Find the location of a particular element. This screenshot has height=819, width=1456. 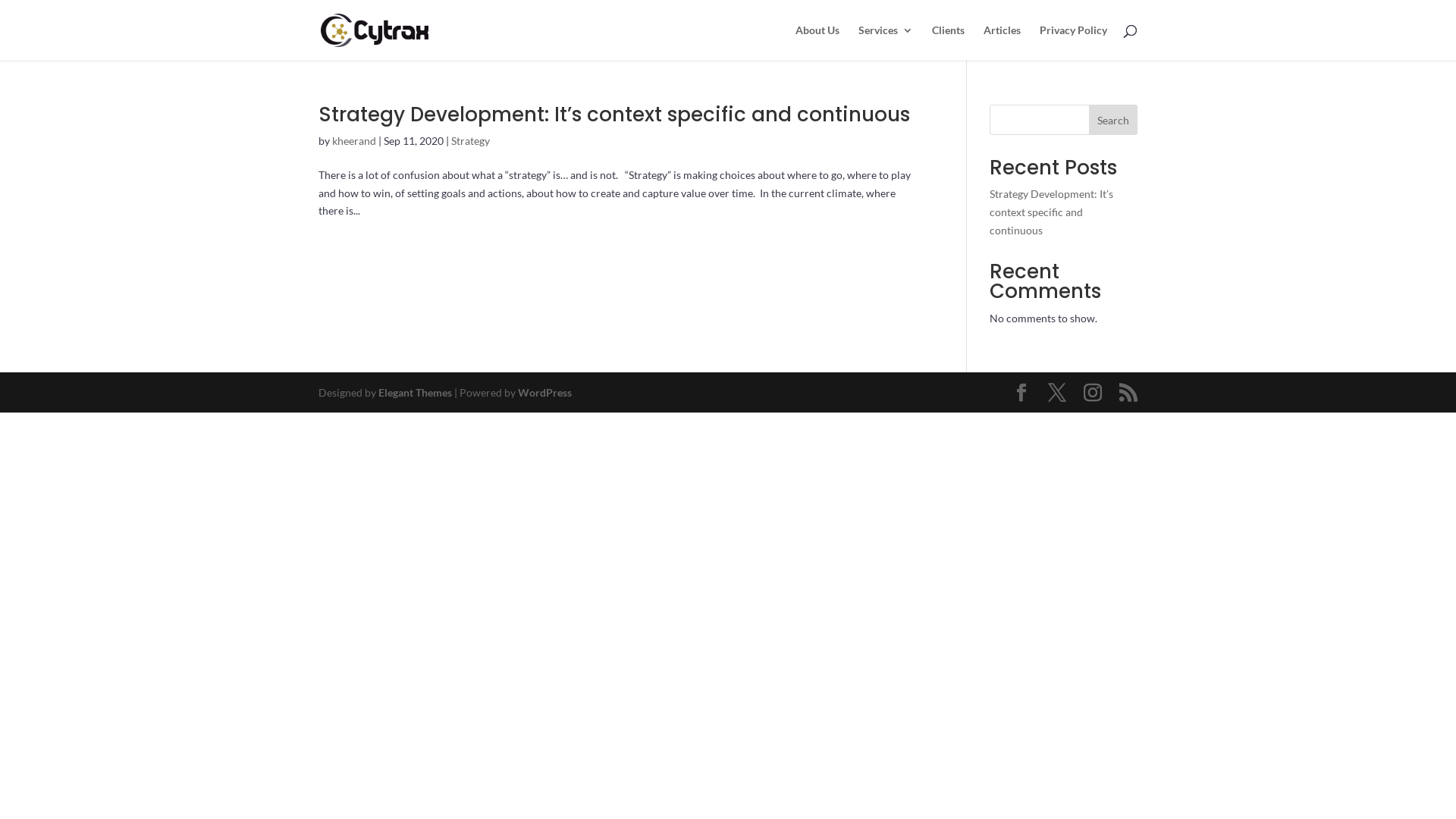

'Strategy' is located at coordinates (469, 140).